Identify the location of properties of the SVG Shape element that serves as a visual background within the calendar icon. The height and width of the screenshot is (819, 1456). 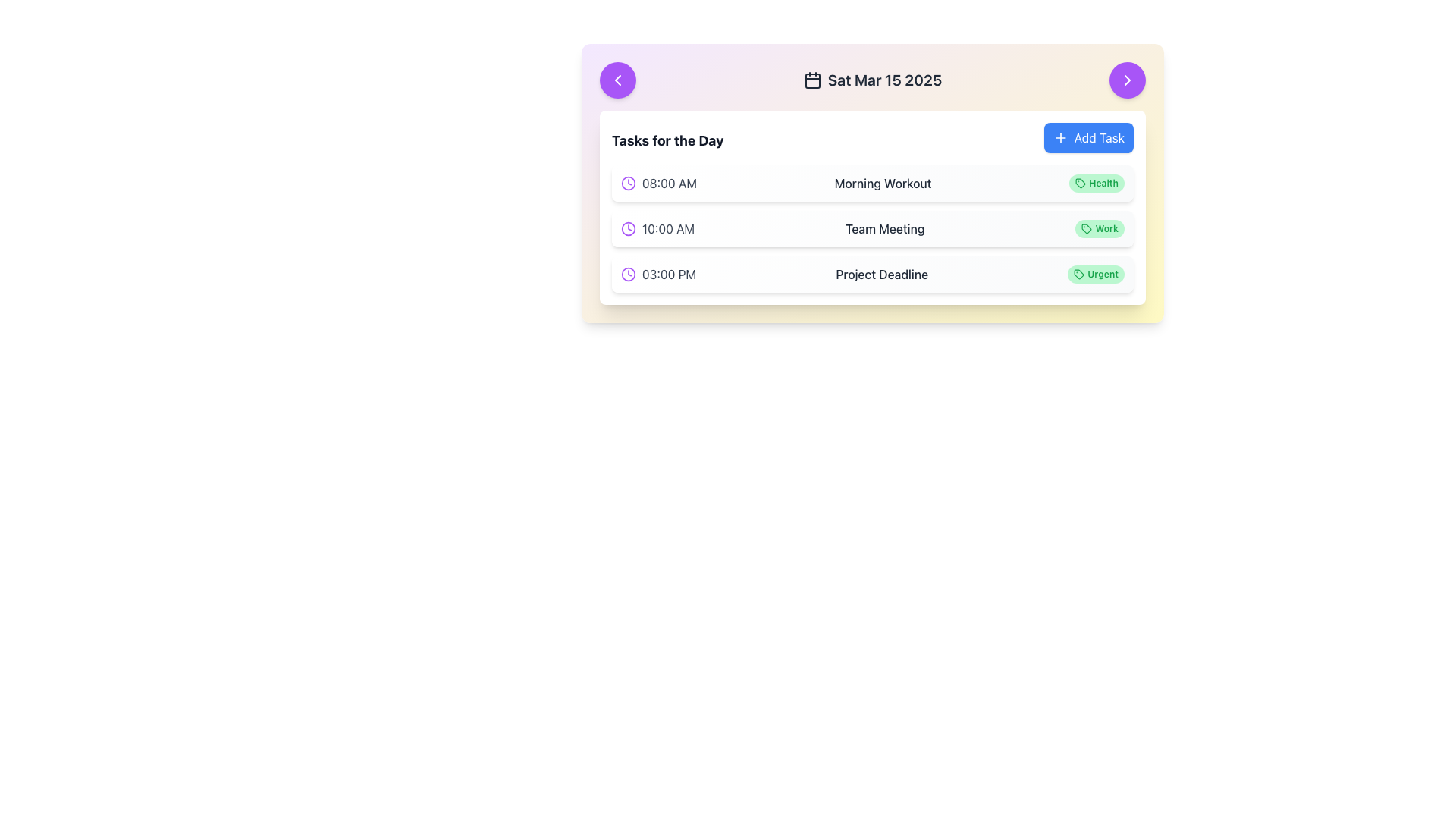
(811, 81).